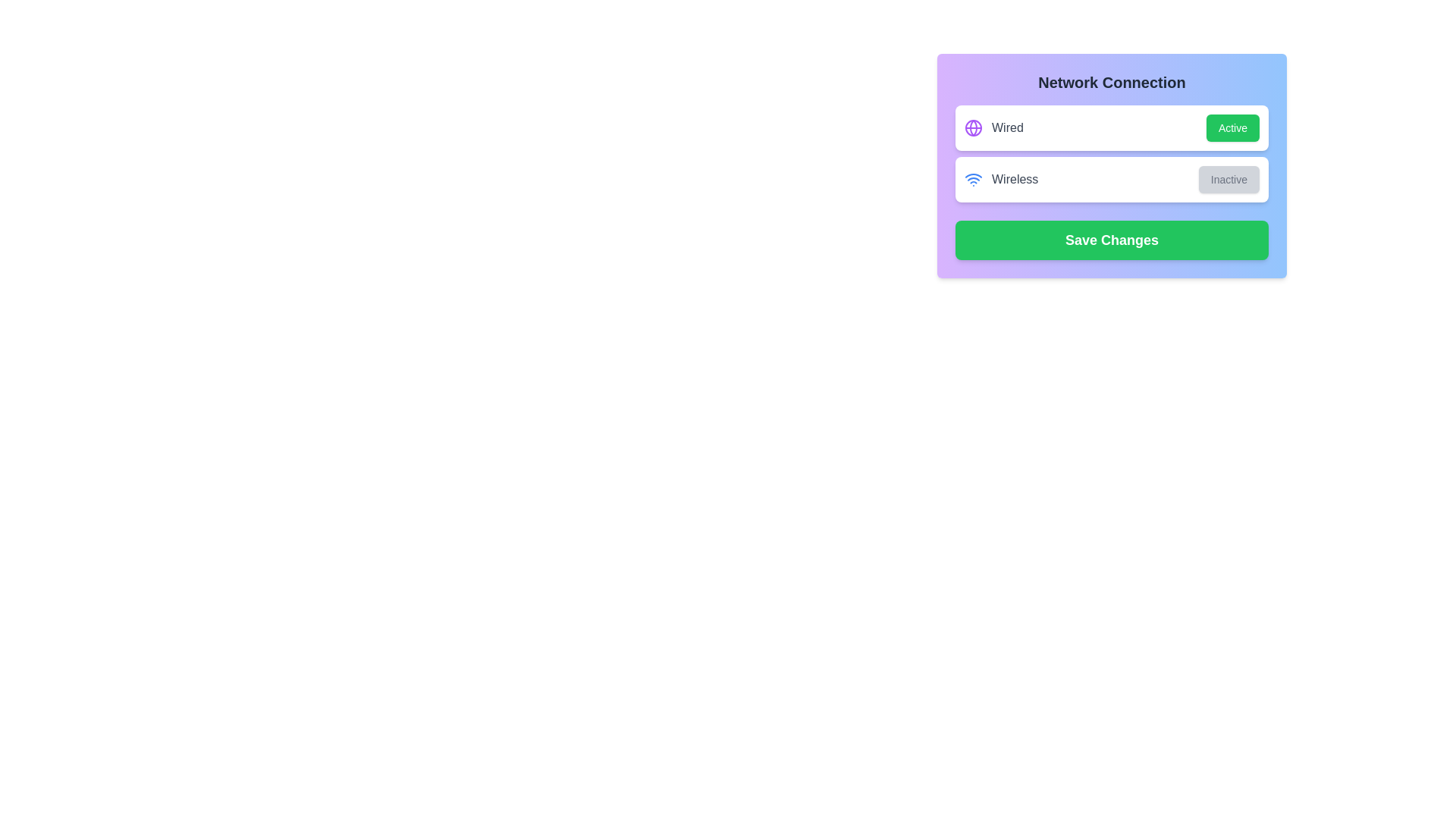 The width and height of the screenshot is (1456, 819). I want to click on the 'Active' button for the Wired connection to toggle its state, so click(1232, 127).